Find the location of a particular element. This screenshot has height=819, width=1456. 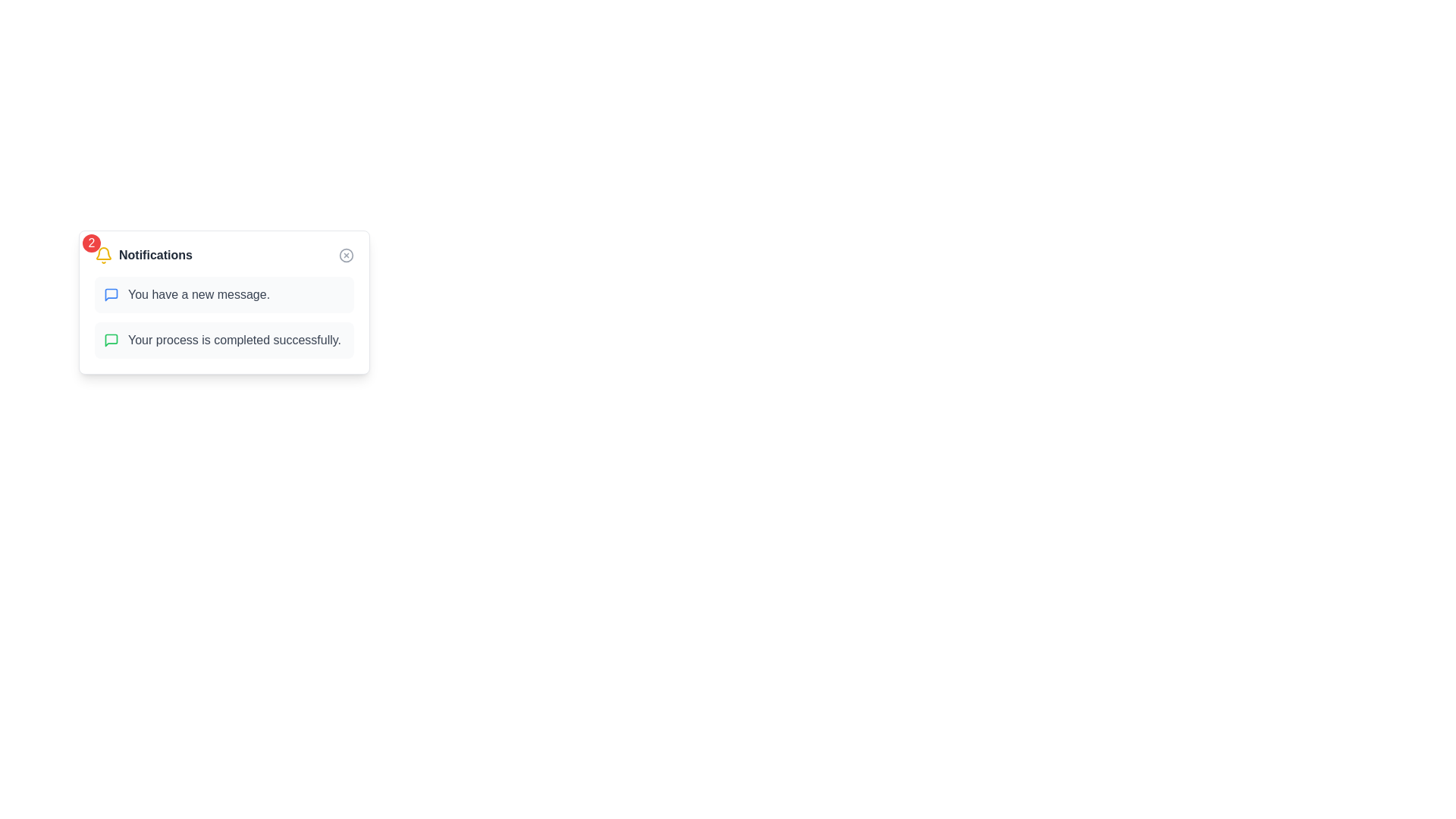

the Text label that serves as a heading for the notifications section, located adjacent to the bell icon at the top of the notification card is located at coordinates (155, 254).